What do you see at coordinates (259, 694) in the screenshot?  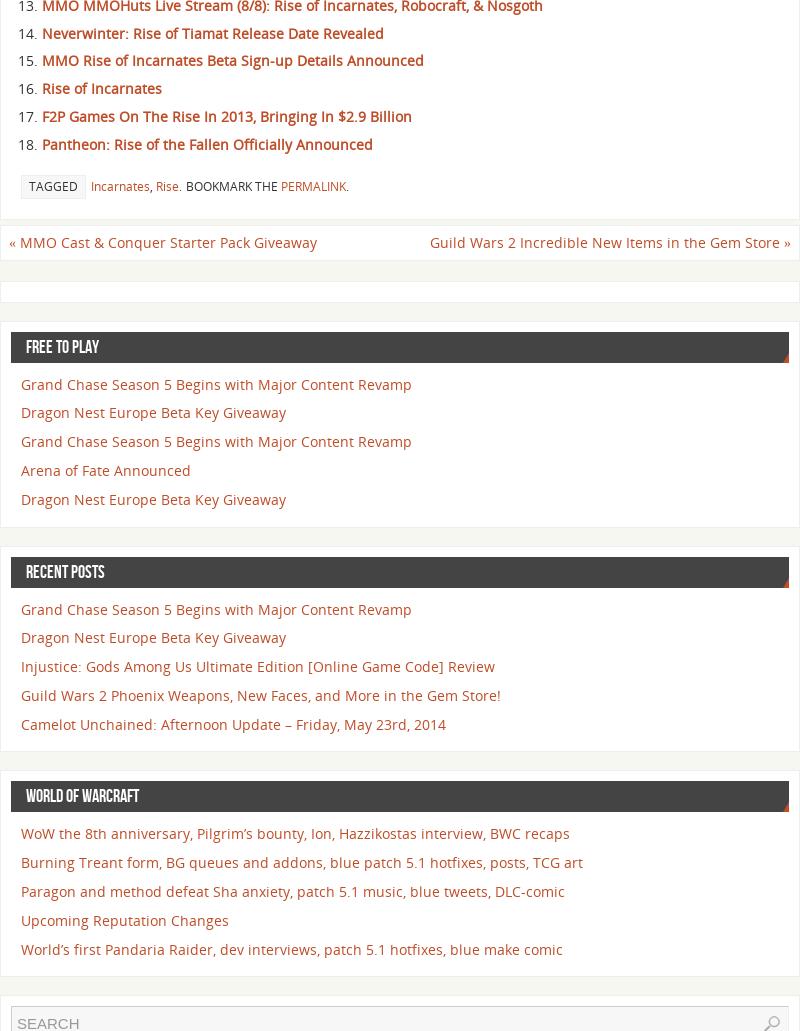 I see `'Guild Wars 2 Phoenix Weapons, New Faces, and More in the Gem Store!'` at bounding box center [259, 694].